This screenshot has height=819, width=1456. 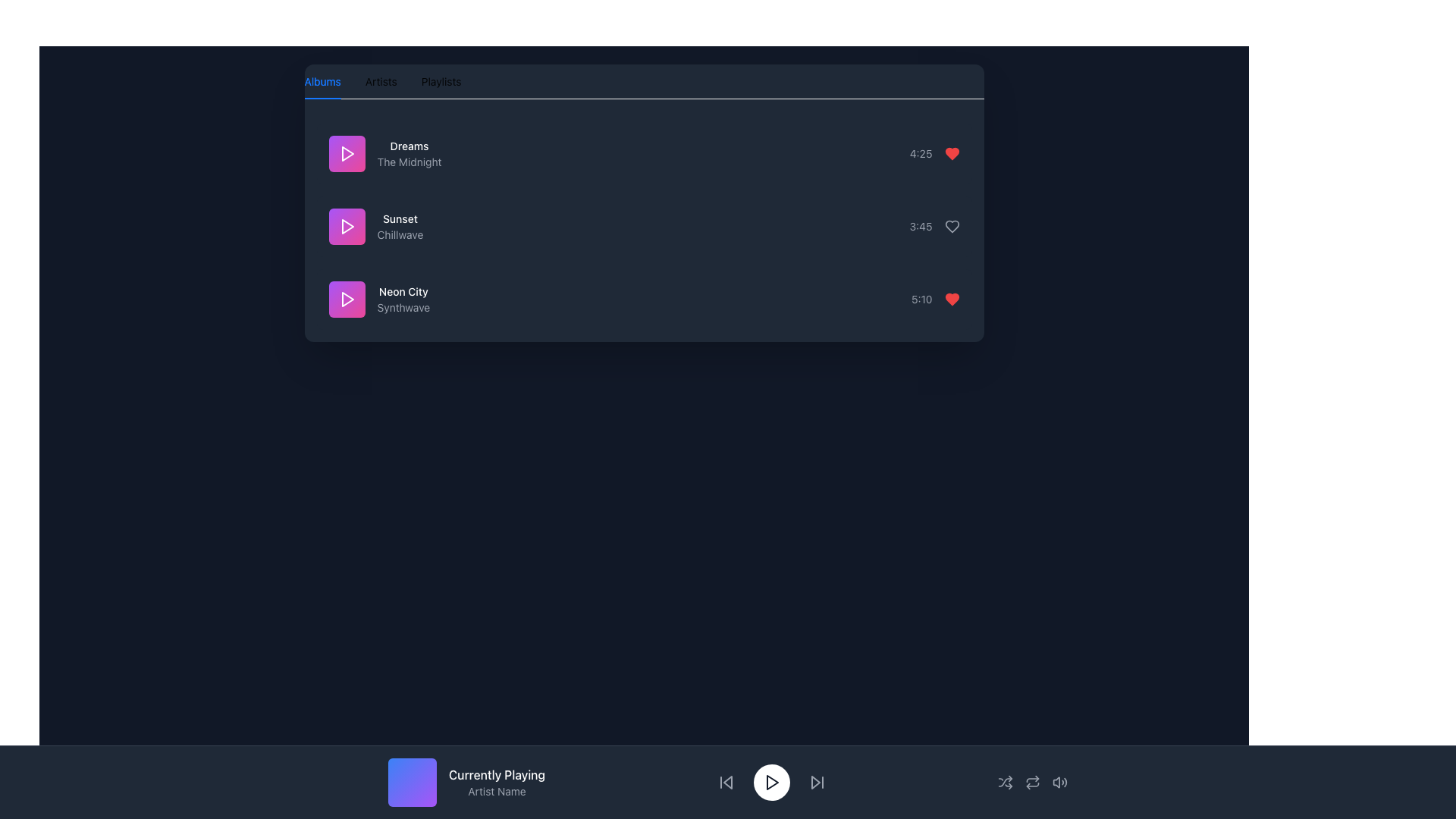 What do you see at coordinates (934, 227) in the screenshot?
I see `timestamp '3:45' displayed in gray font, located beside a heart icon next to the track listing 'Sunset Chillwave'` at bounding box center [934, 227].